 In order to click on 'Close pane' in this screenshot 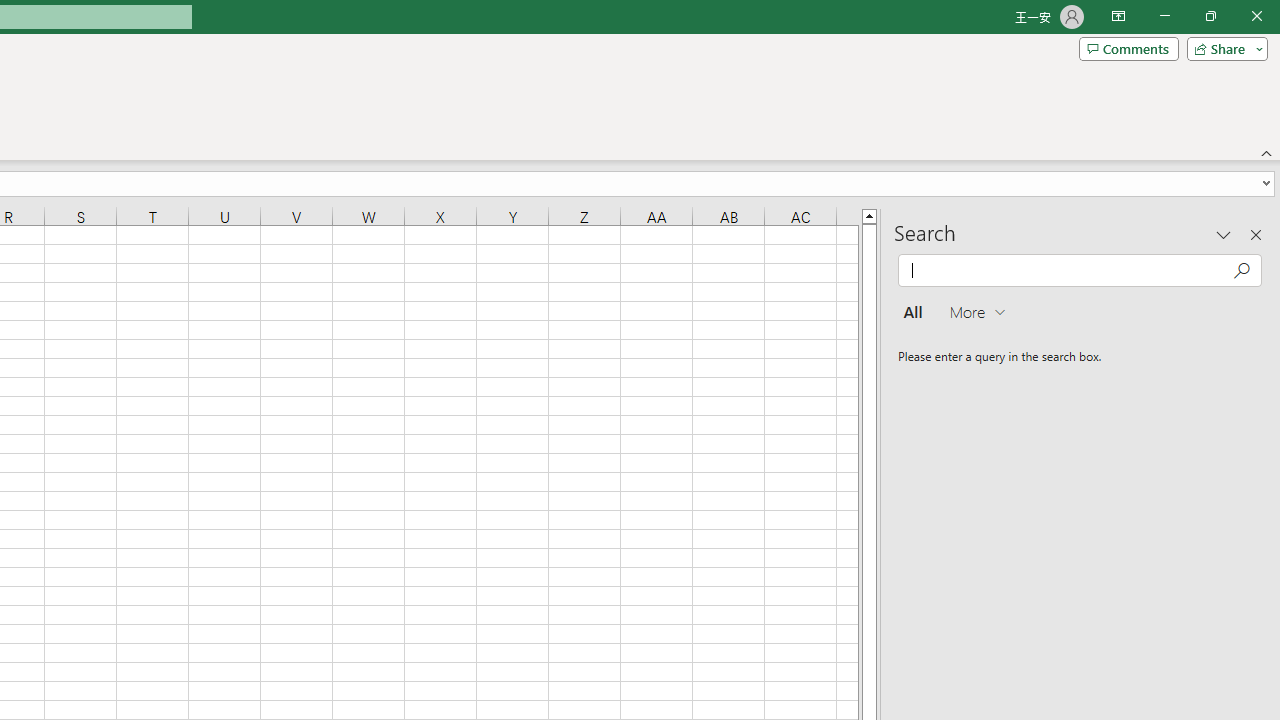, I will do `click(1255, 234)`.